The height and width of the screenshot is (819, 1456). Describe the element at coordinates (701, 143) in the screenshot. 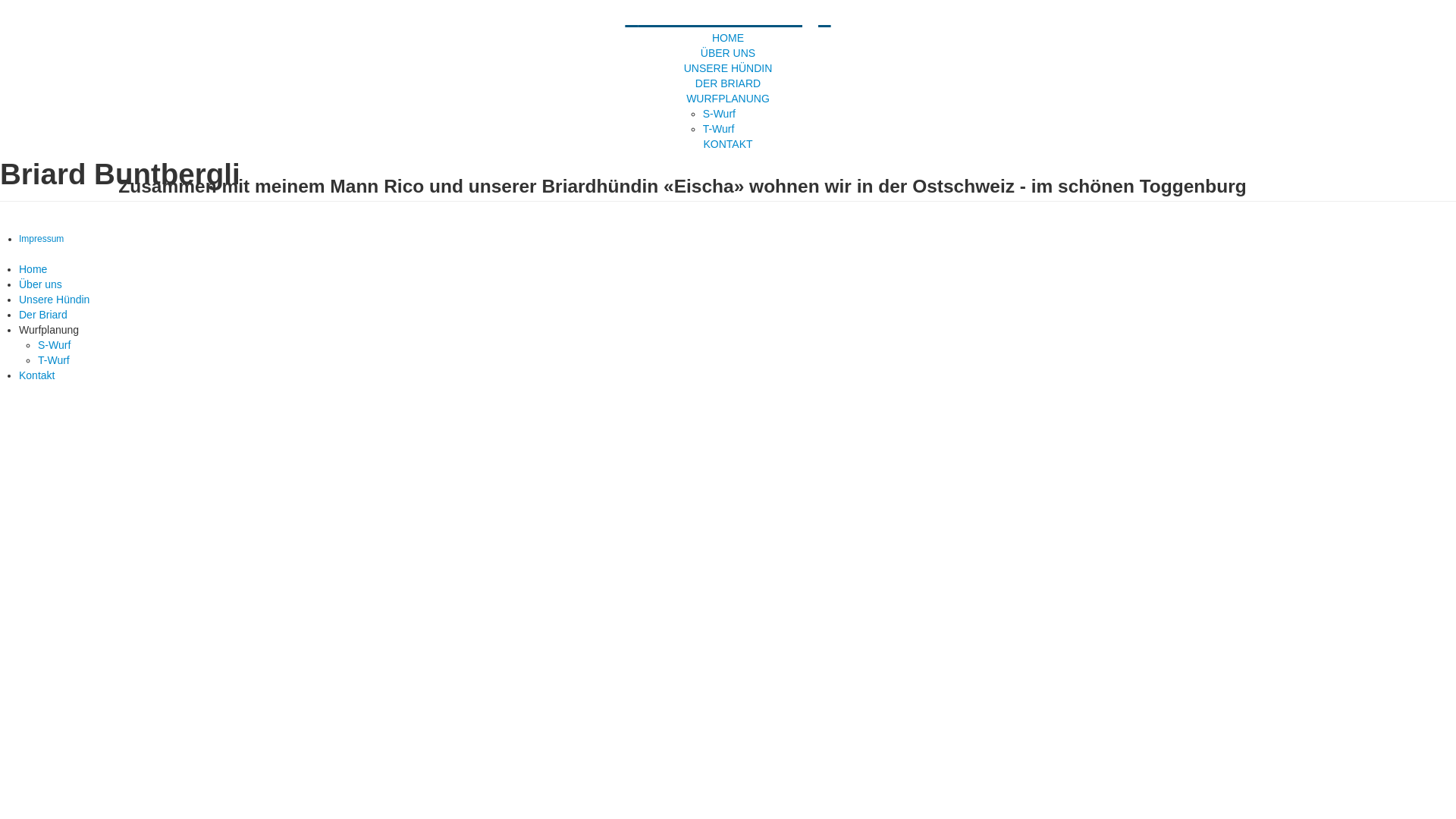

I see `'KONTAKT'` at that location.